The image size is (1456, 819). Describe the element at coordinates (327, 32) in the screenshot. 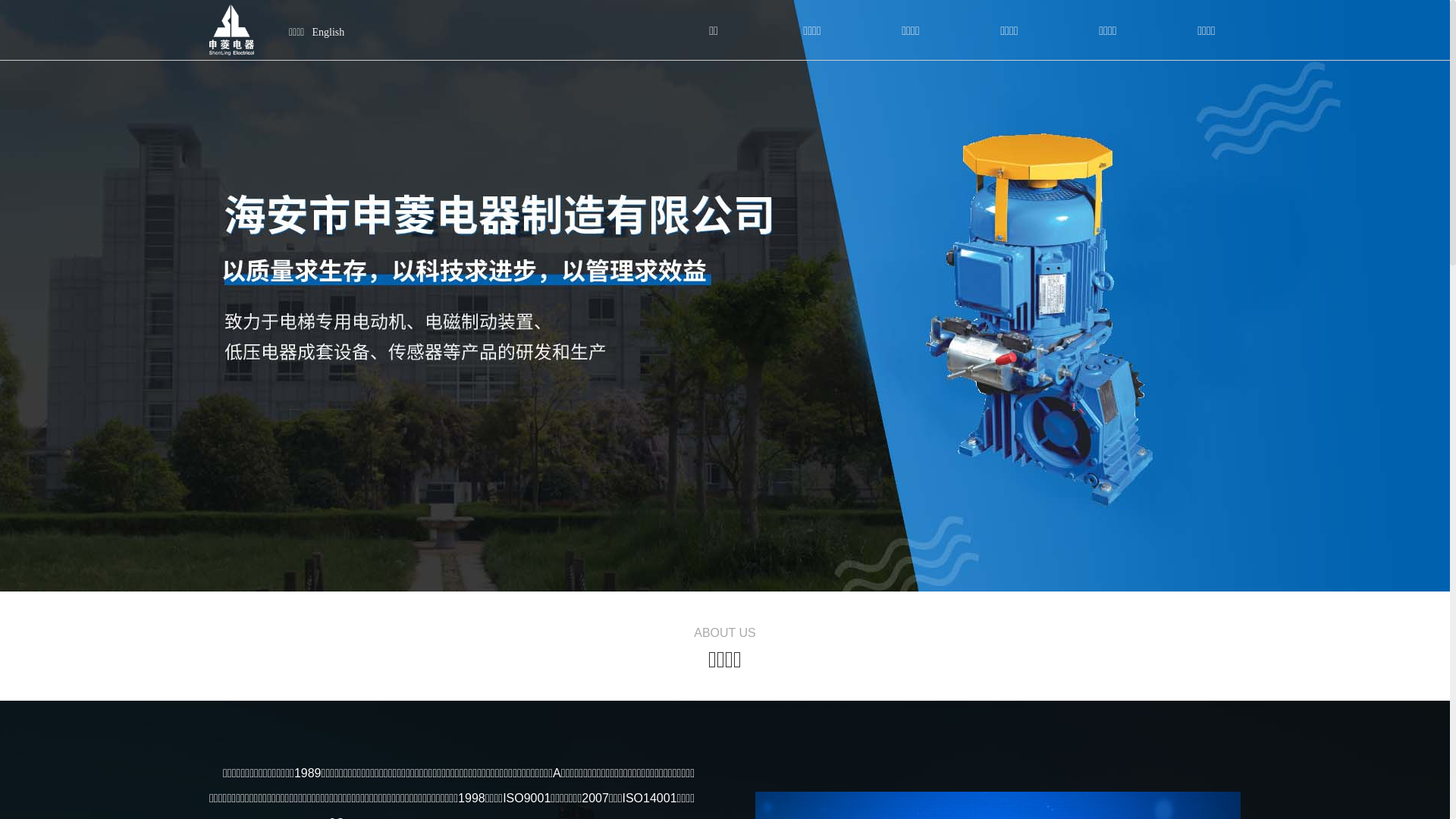

I see `'English'` at that location.